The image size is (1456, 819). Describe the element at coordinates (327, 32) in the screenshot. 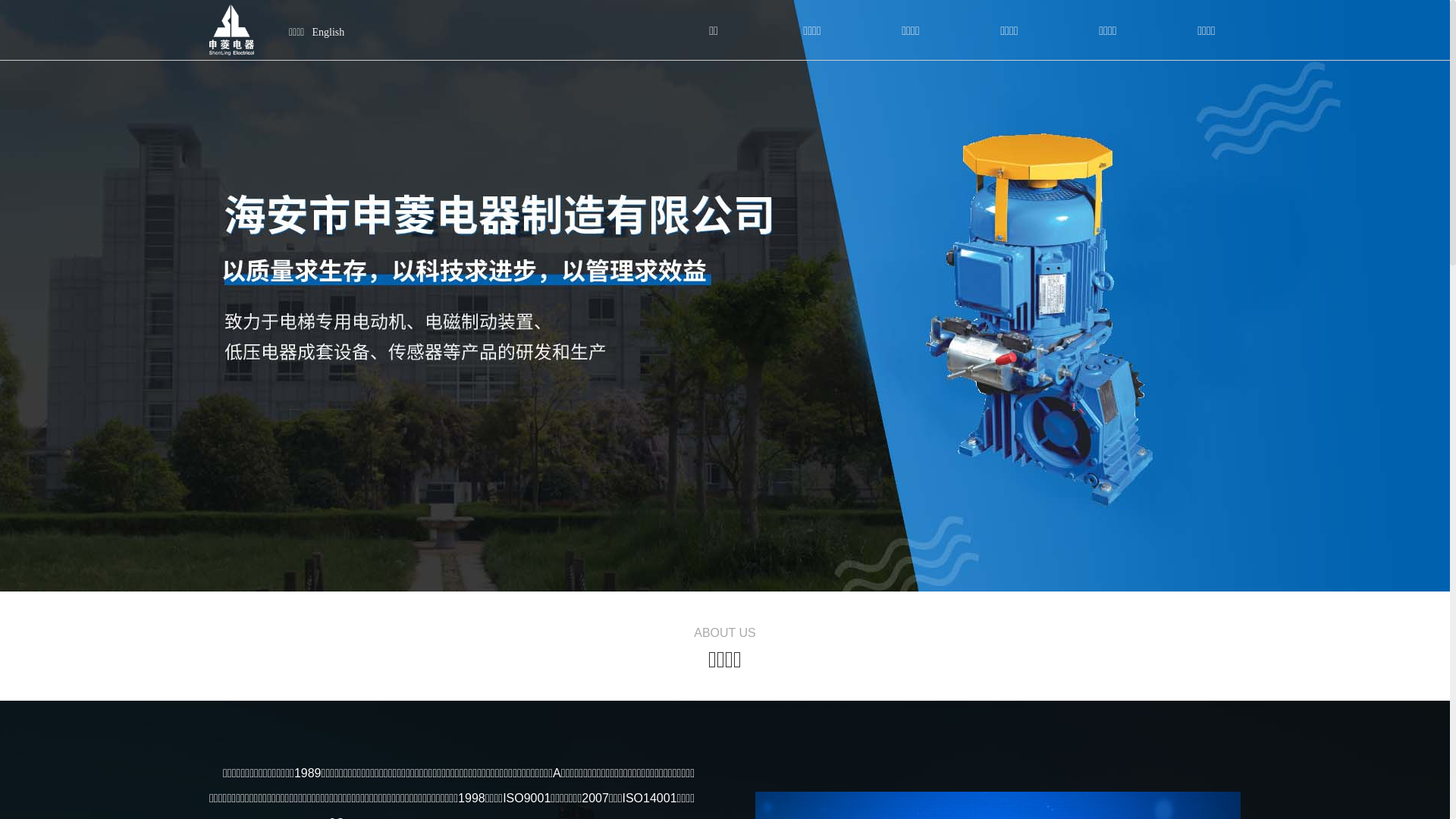

I see `'English'` at that location.